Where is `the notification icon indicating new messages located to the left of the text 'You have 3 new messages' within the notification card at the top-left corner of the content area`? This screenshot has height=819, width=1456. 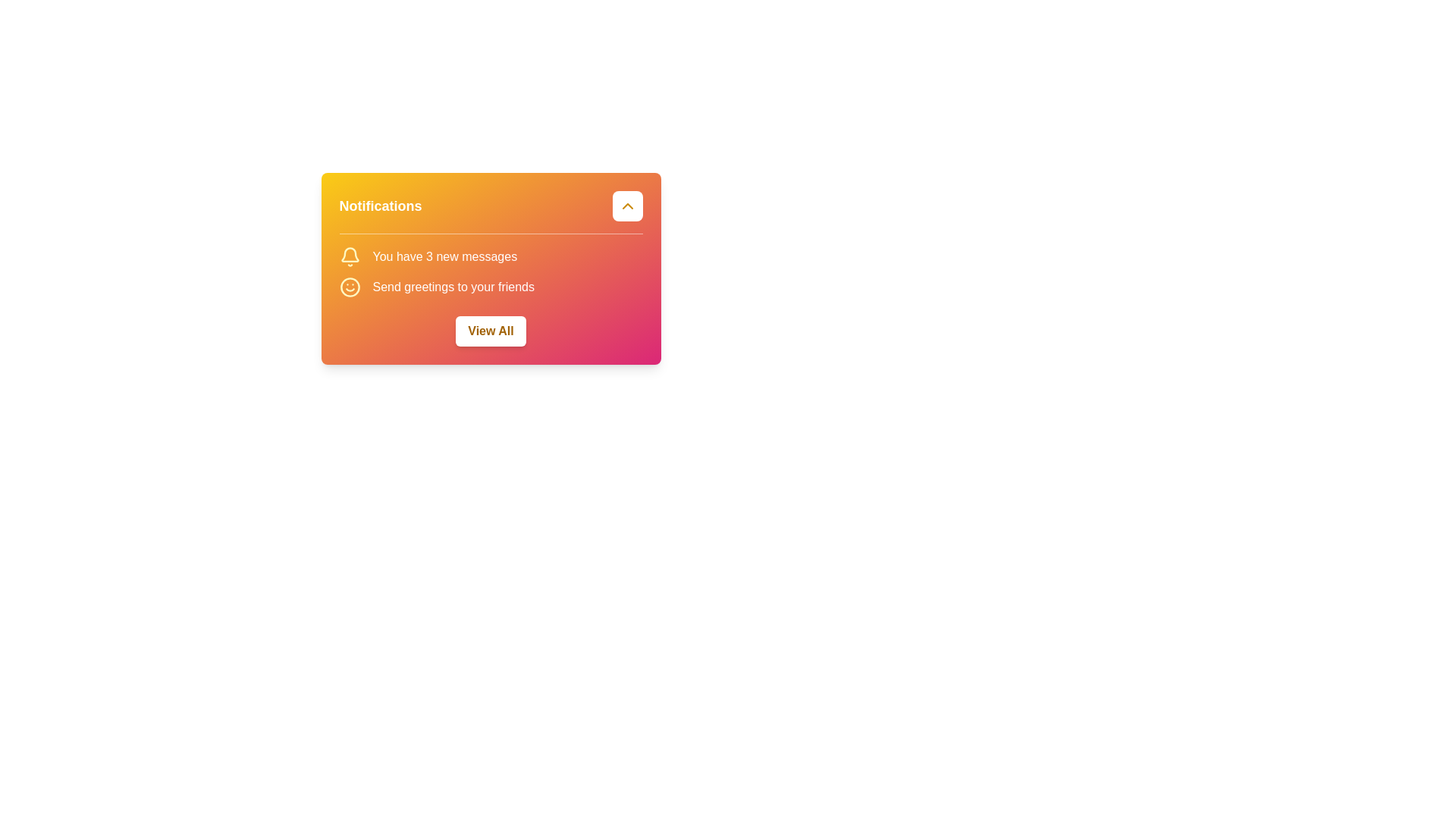 the notification icon indicating new messages located to the left of the text 'You have 3 new messages' within the notification card at the top-left corner of the content area is located at coordinates (349, 256).